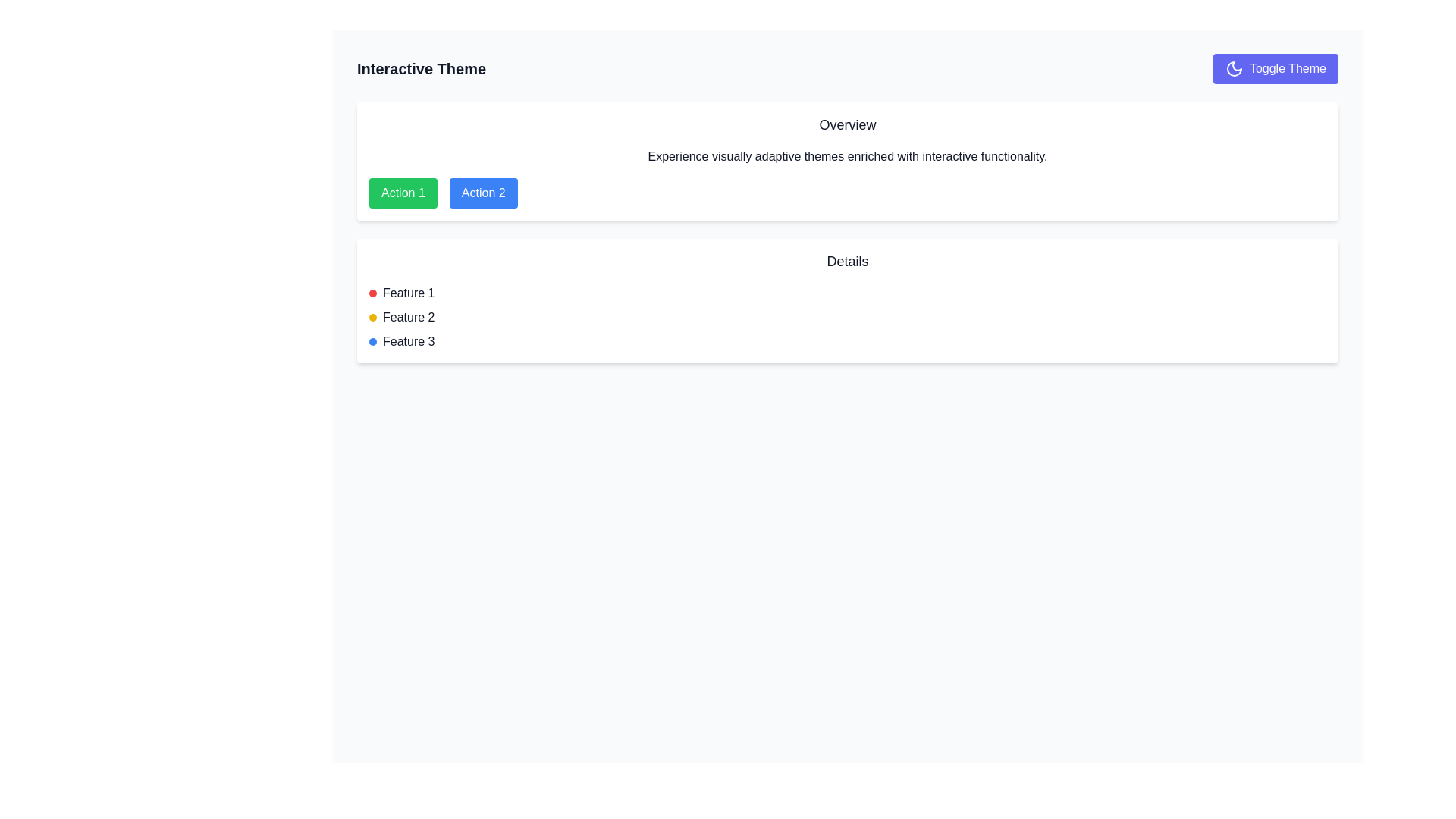  I want to click on the blue decorative dot located to the left of the text 'Feature 3' in the 'Details' section, so click(372, 342).